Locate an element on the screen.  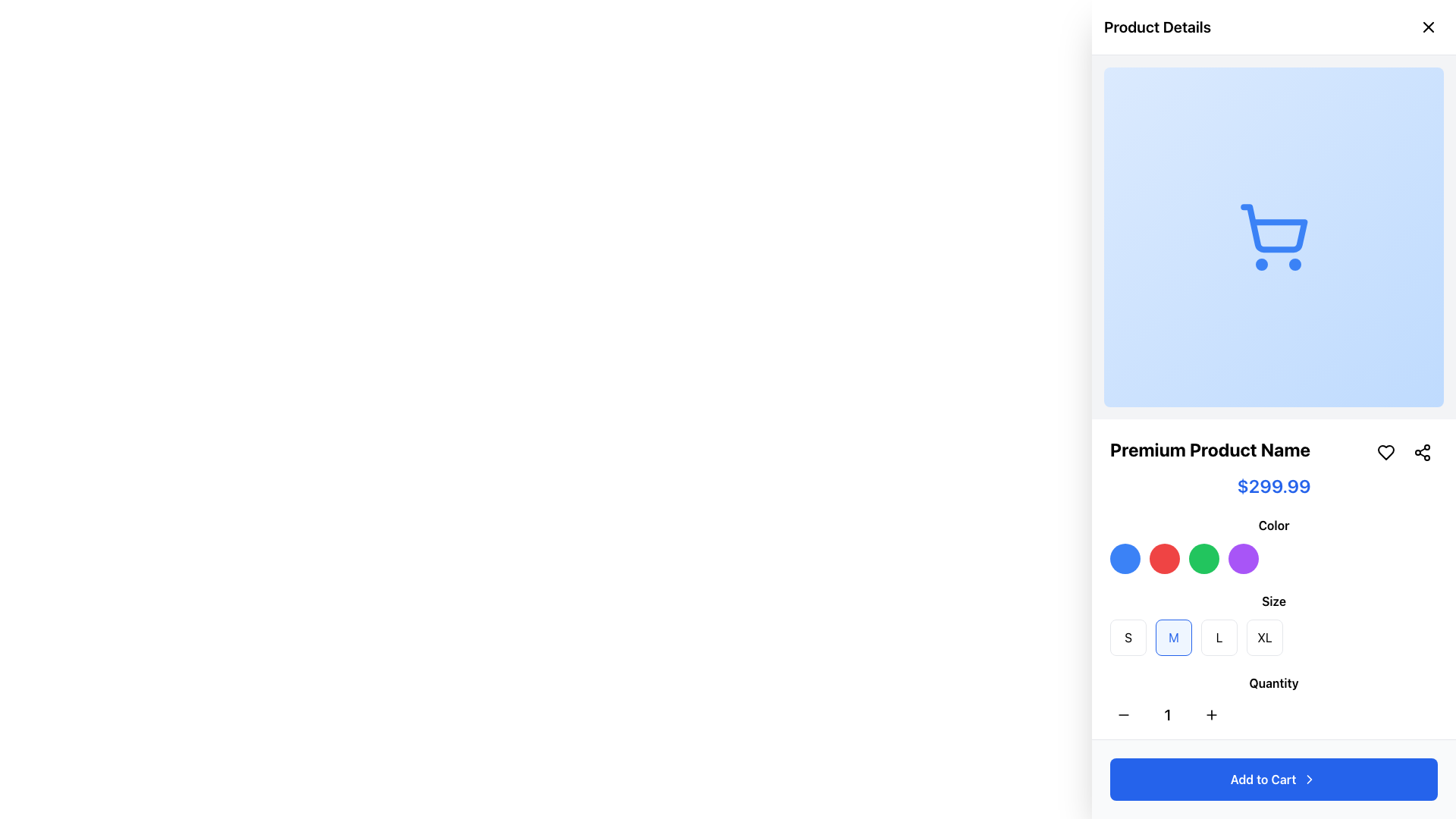
the third circular button styled as a green color swatch is located at coordinates (1203, 558).